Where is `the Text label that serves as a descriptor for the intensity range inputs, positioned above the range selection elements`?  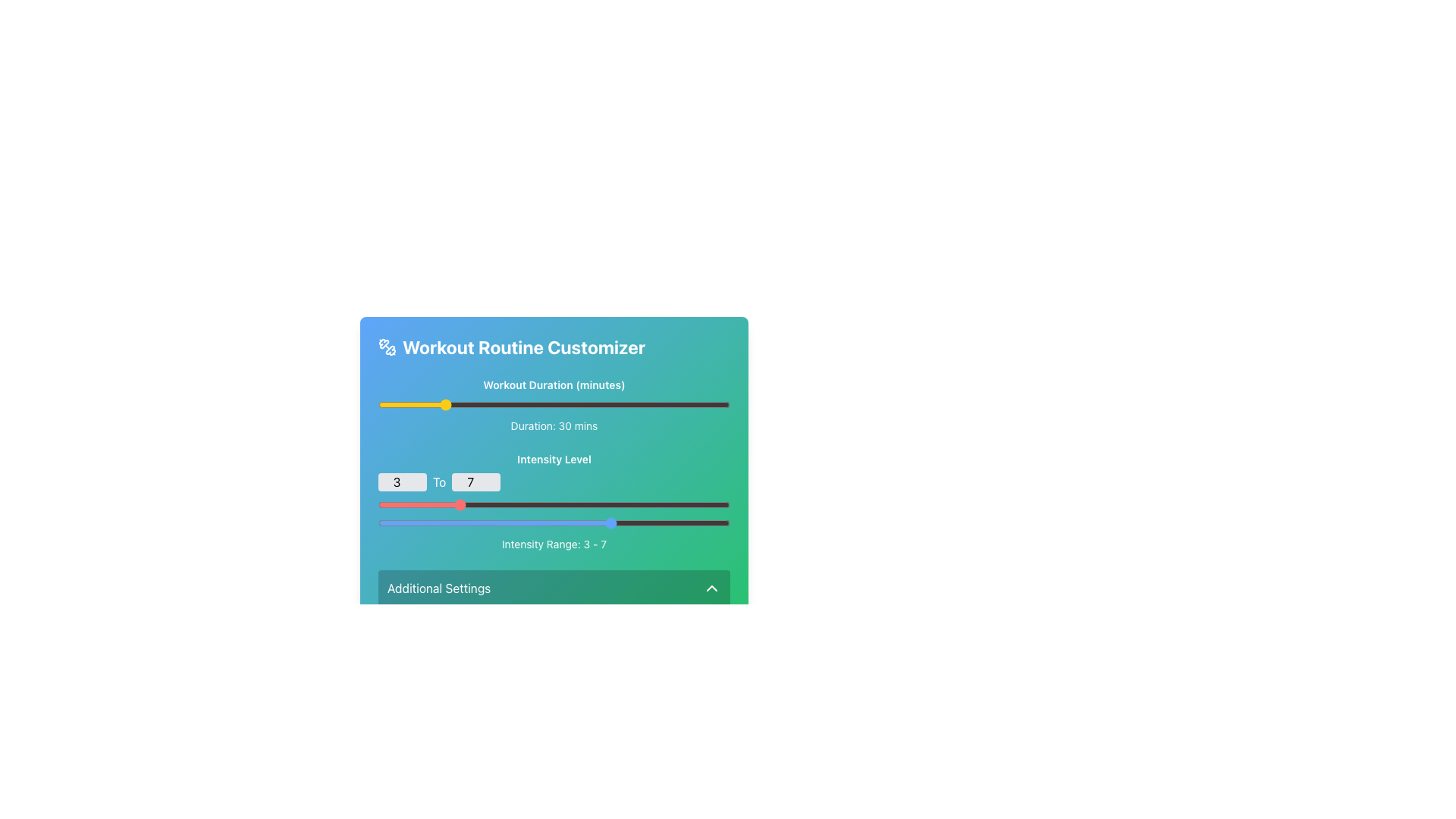 the Text label that serves as a descriptor for the intensity range inputs, positioned above the range selection elements is located at coordinates (553, 458).